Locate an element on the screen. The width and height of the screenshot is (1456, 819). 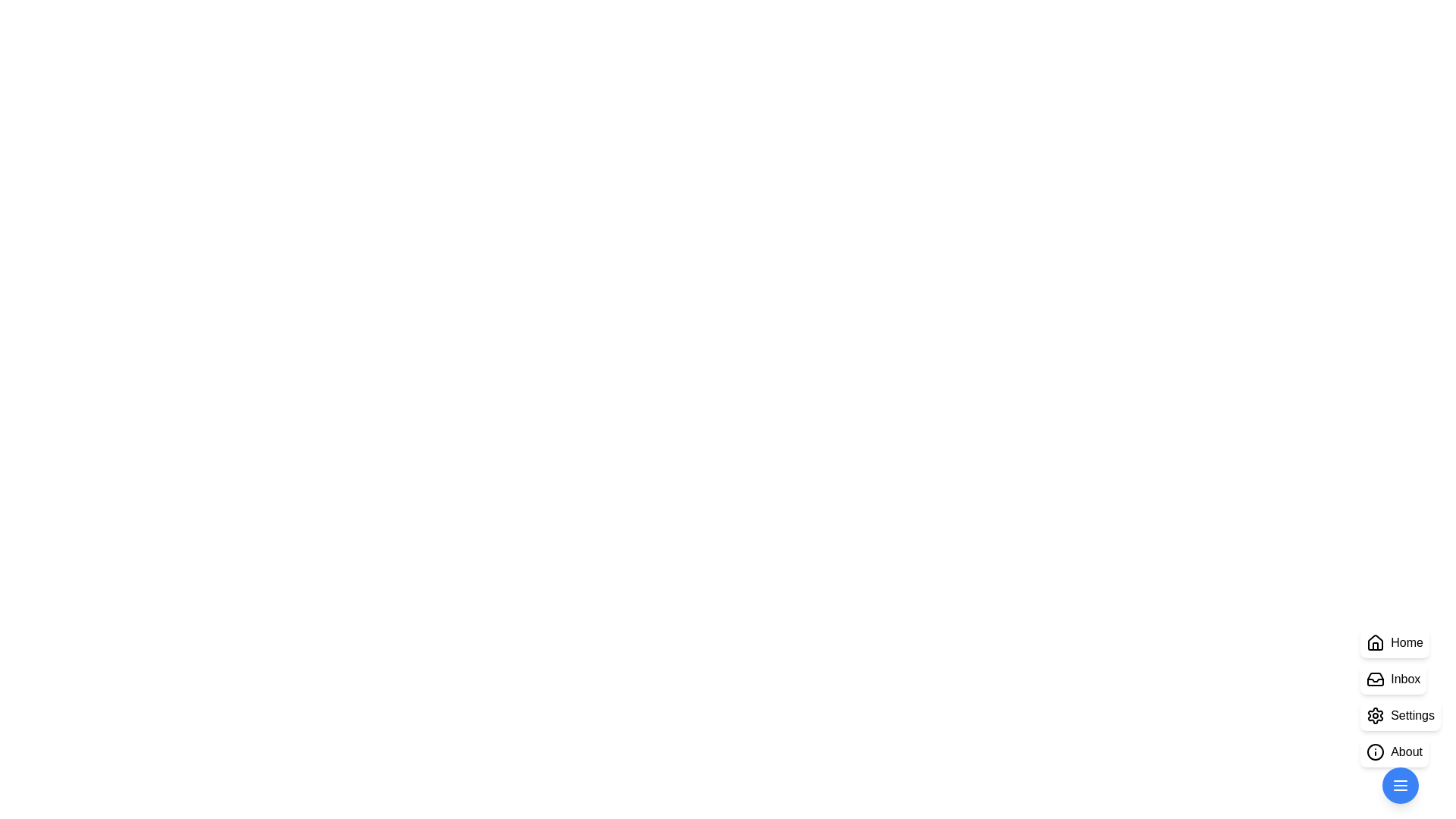
the 'Settings' button is located at coordinates (1400, 716).